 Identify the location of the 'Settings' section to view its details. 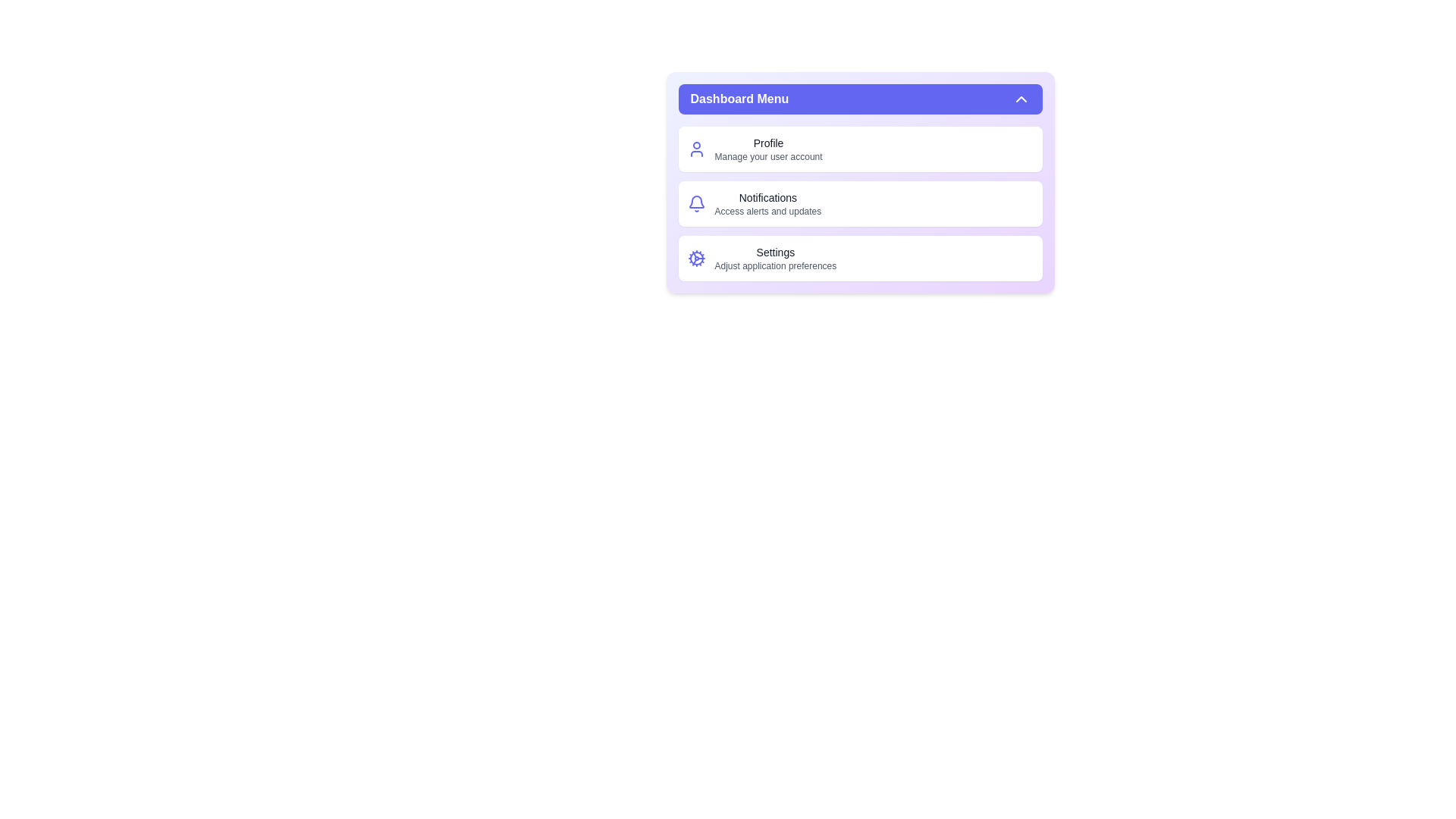
(860, 257).